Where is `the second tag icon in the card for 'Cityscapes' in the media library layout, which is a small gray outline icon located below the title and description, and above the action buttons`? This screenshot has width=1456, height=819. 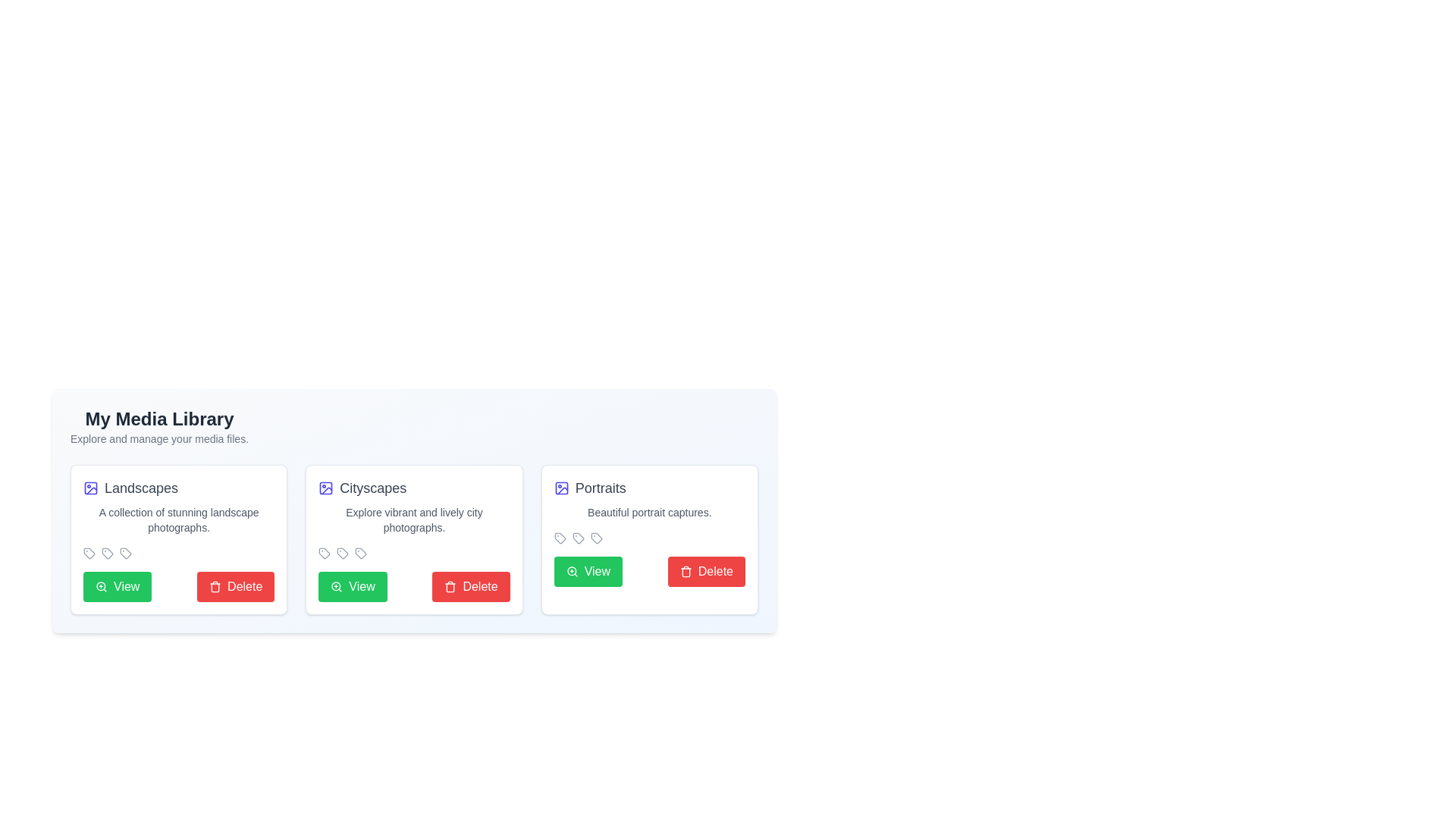
the second tag icon in the card for 'Cityscapes' in the media library layout, which is a small gray outline icon located below the title and description, and above the action buttons is located at coordinates (342, 553).